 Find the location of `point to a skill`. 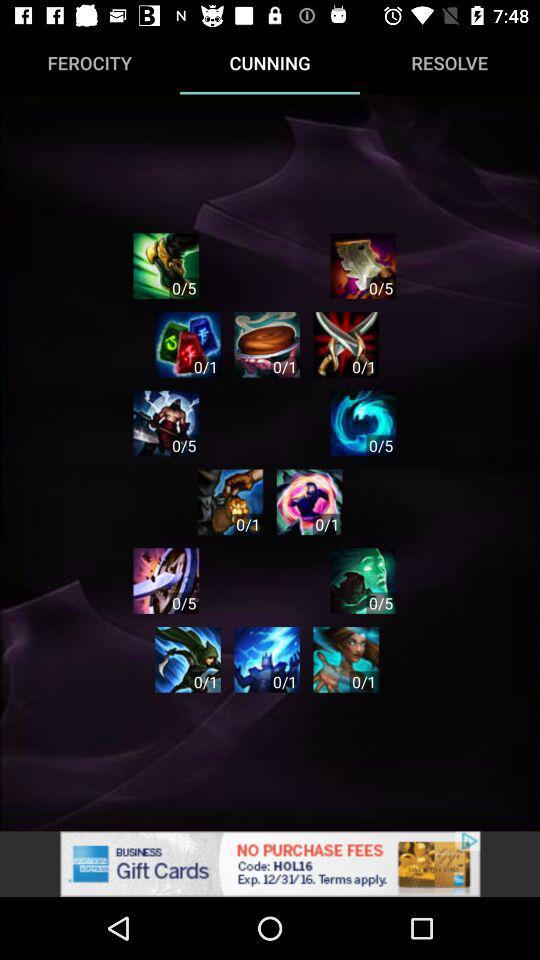

point to a skill is located at coordinates (165, 581).